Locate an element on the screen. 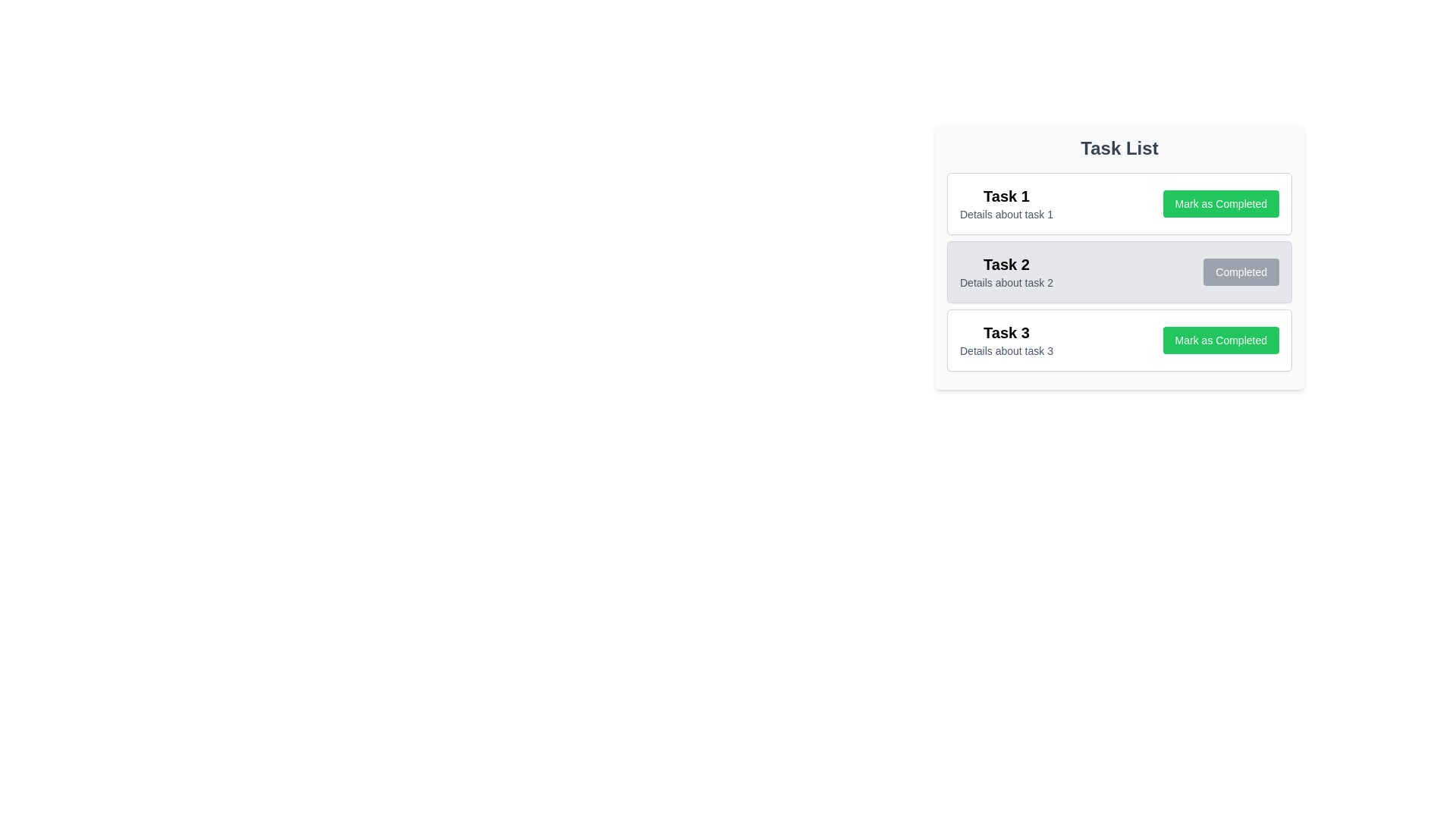  the bold text element displaying 'Task 2', which is prominently positioned as a header in the task list interface is located at coordinates (1006, 263).